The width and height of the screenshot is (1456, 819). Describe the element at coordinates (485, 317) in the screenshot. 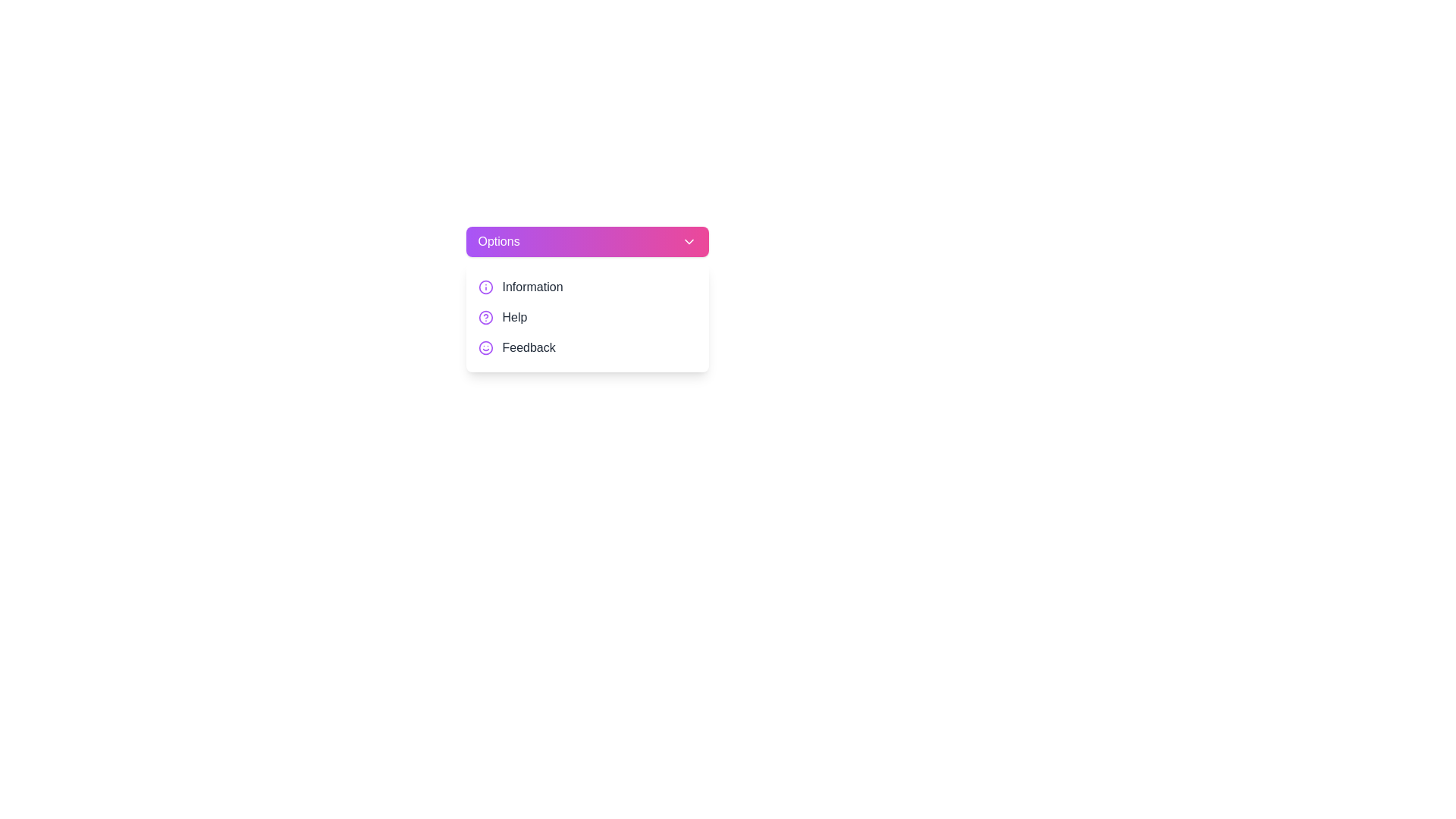

I see `the purple circle within the SVG graphical element of the information icon, located to the left of the text 'Information' in the dropdown menu` at that location.